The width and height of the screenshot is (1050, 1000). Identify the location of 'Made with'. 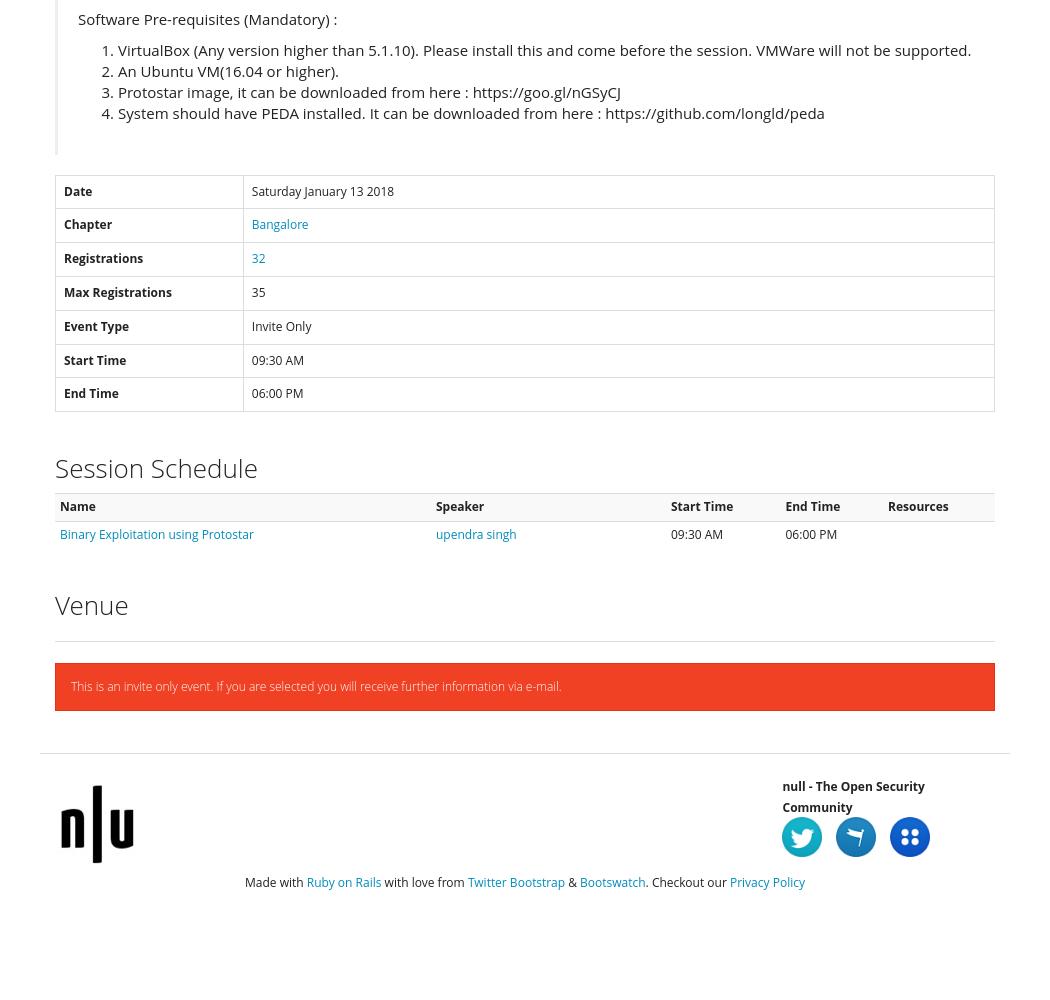
(274, 882).